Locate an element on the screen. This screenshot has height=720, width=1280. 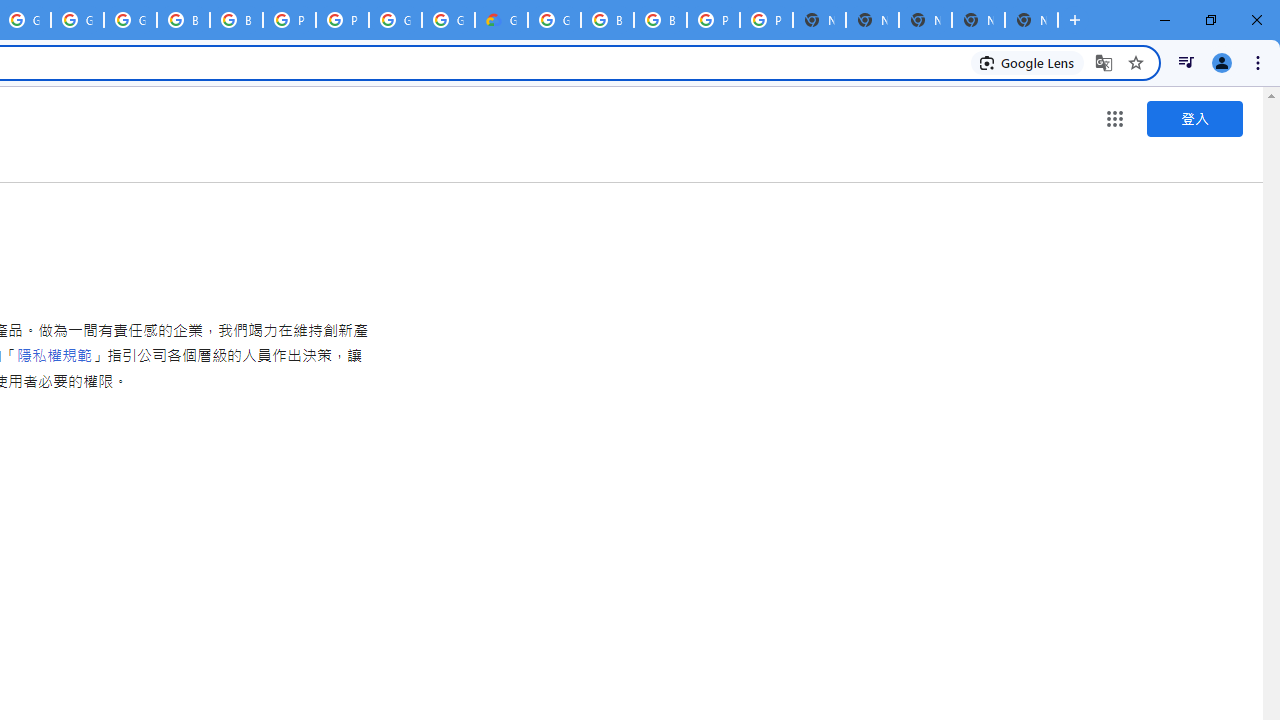
'New Tab' is located at coordinates (1031, 20).